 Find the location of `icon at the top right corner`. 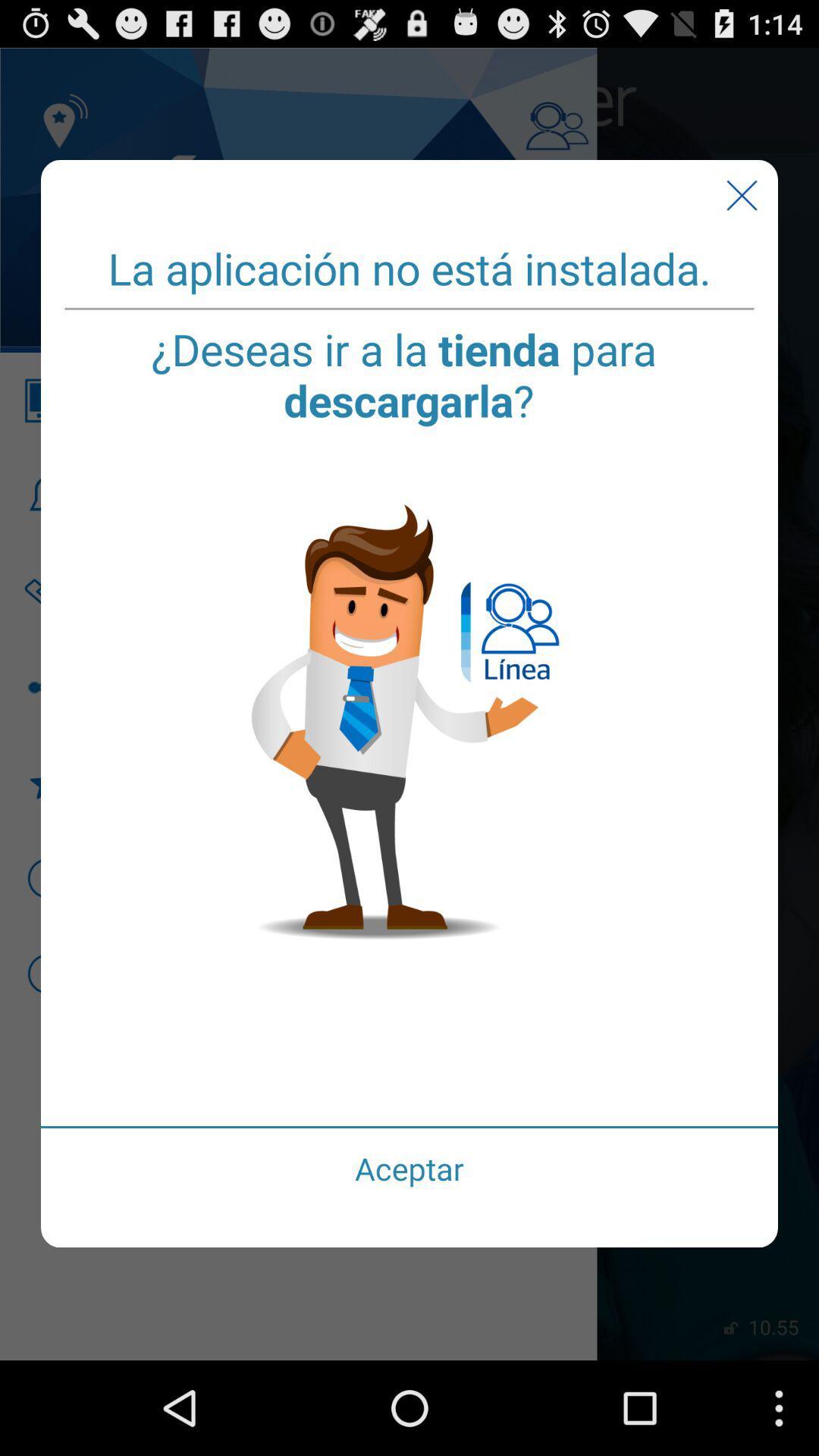

icon at the top right corner is located at coordinates (741, 195).